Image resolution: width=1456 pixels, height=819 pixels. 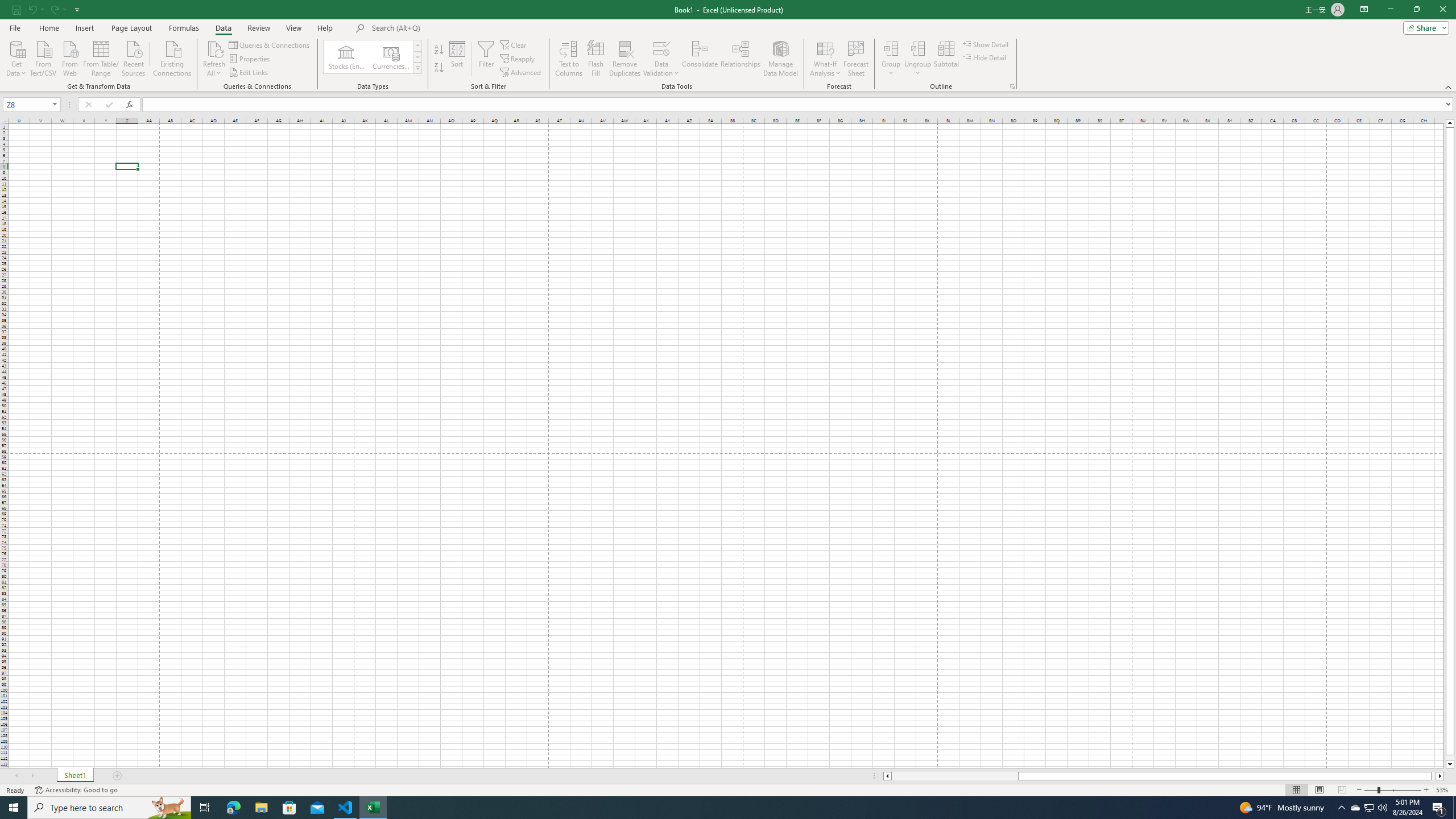 What do you see at coordinates (16, 57) in the screenshot?
I see `'Get Data'` at bounding box center [16, 57].